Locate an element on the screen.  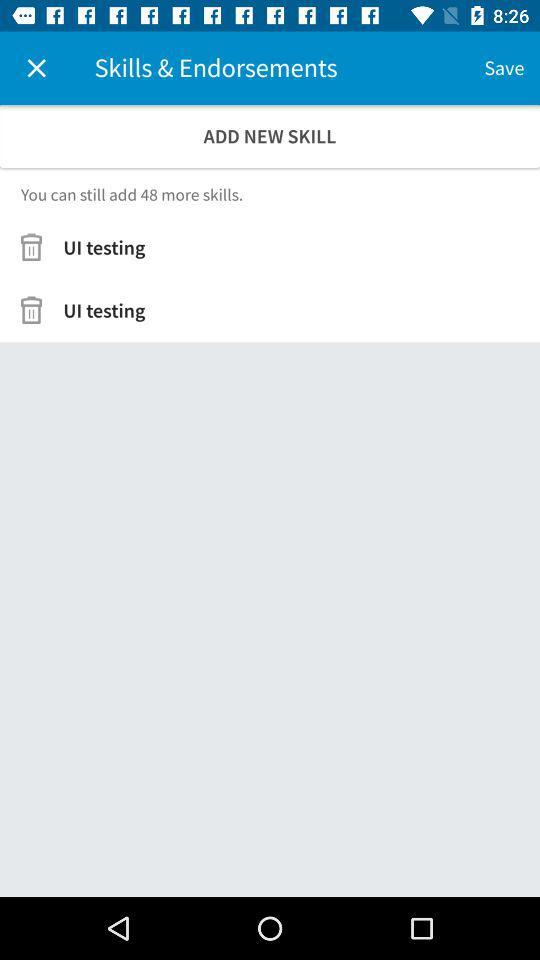
icon above the add new skill icon is located at coordinates (36, 68).